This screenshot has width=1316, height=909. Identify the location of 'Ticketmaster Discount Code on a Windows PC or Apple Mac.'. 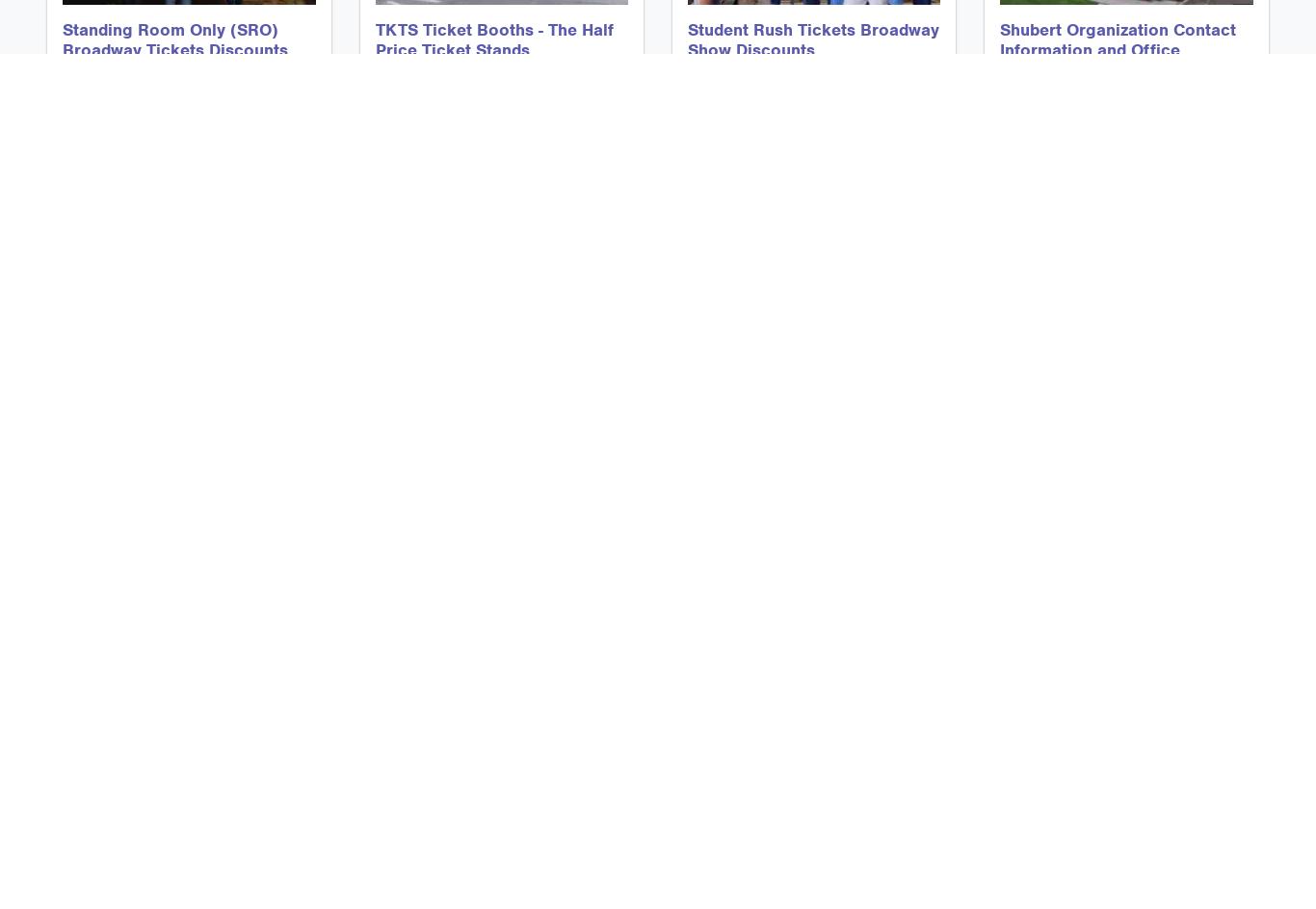
(798, 585).